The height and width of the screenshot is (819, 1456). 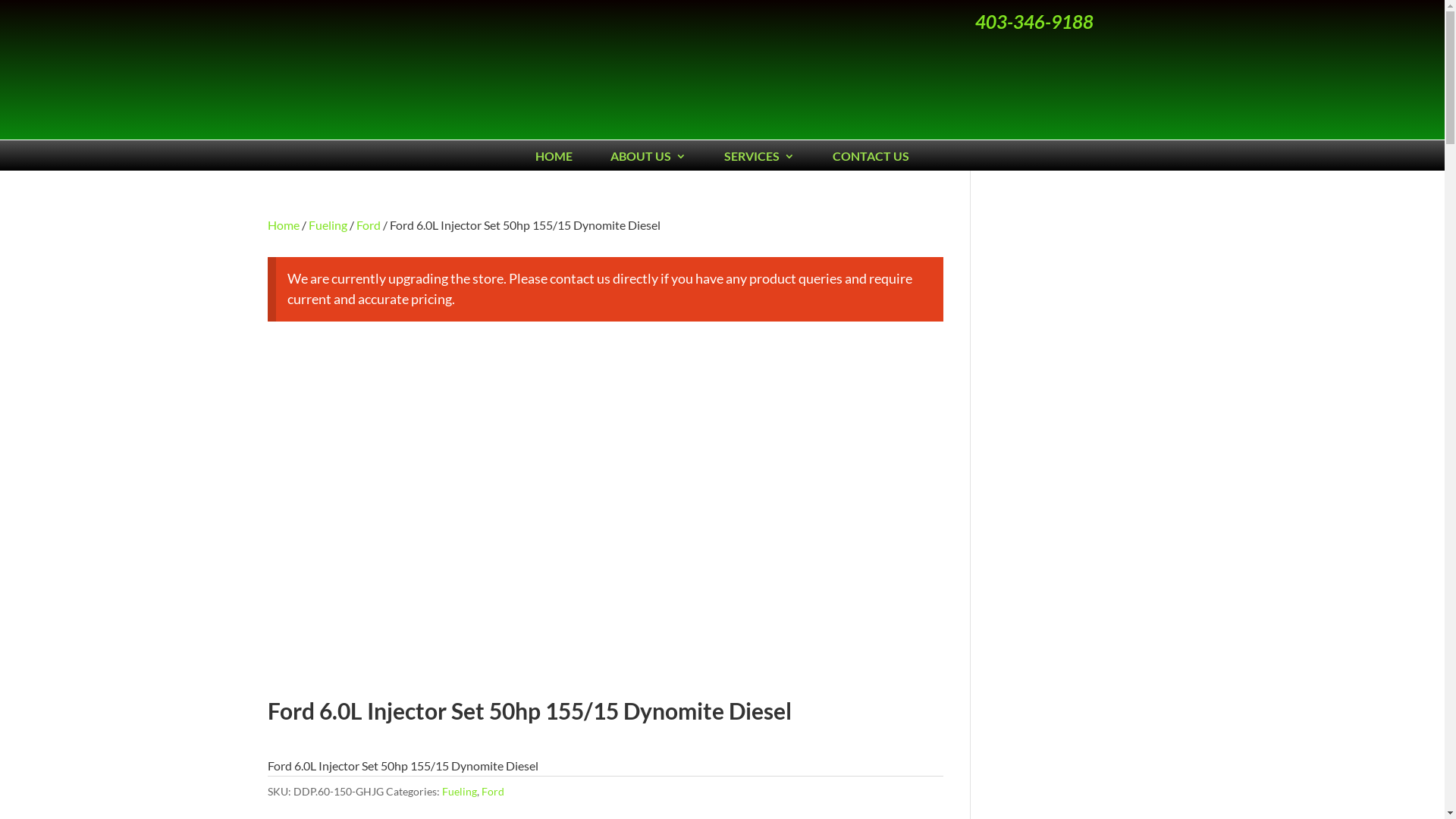 What do you see at coordinates (457, 790) in the screenshot?
I see `'Fueling'` at bounding box center [457, 790].